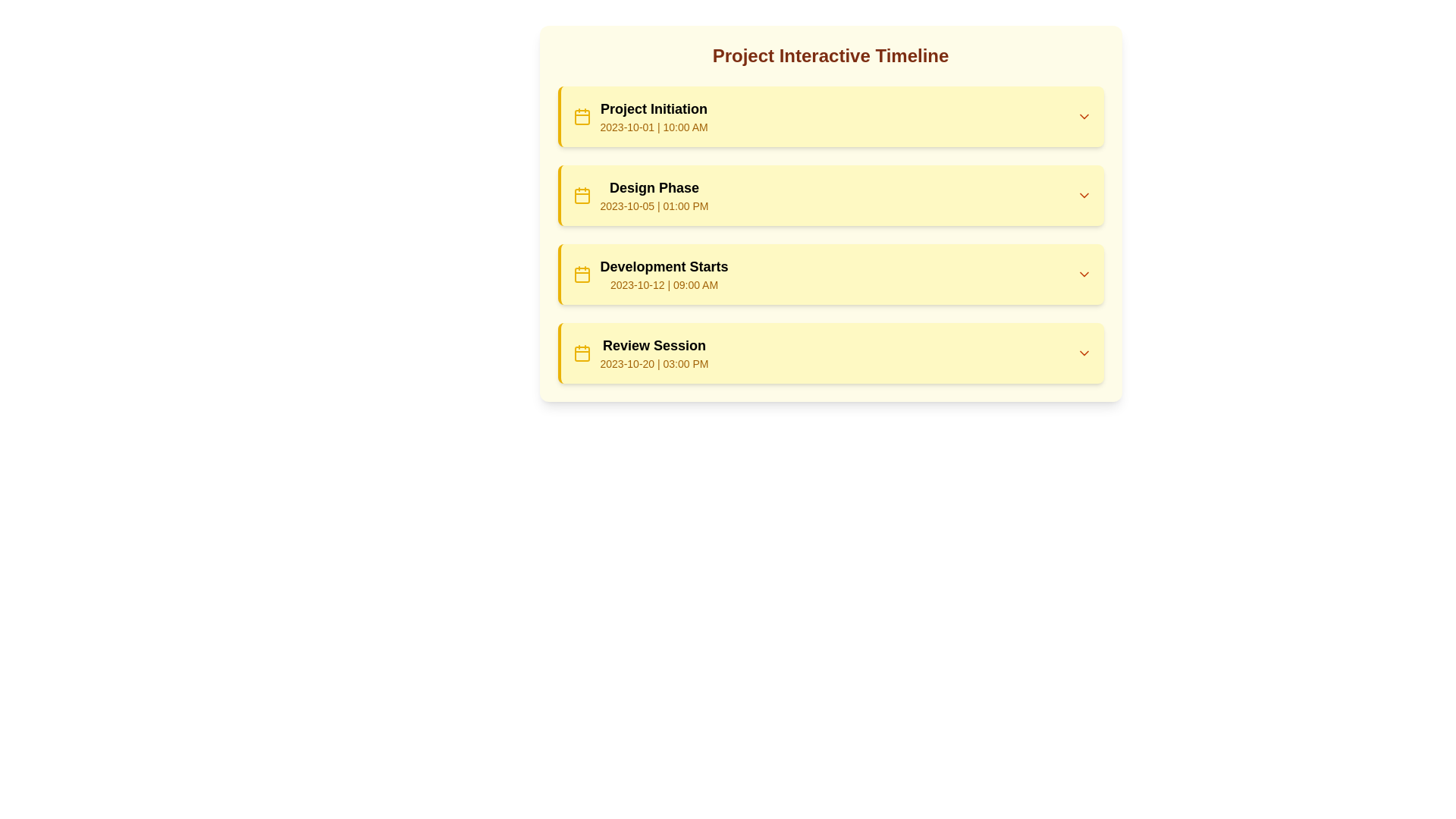 Image resolution: width=1456 pixels, height=819 pixels. Describe the element at coordinates (831, 195) in the screenshot. I see `the dropdown arrow of the timeline entry for the design phase of the project` at that location.